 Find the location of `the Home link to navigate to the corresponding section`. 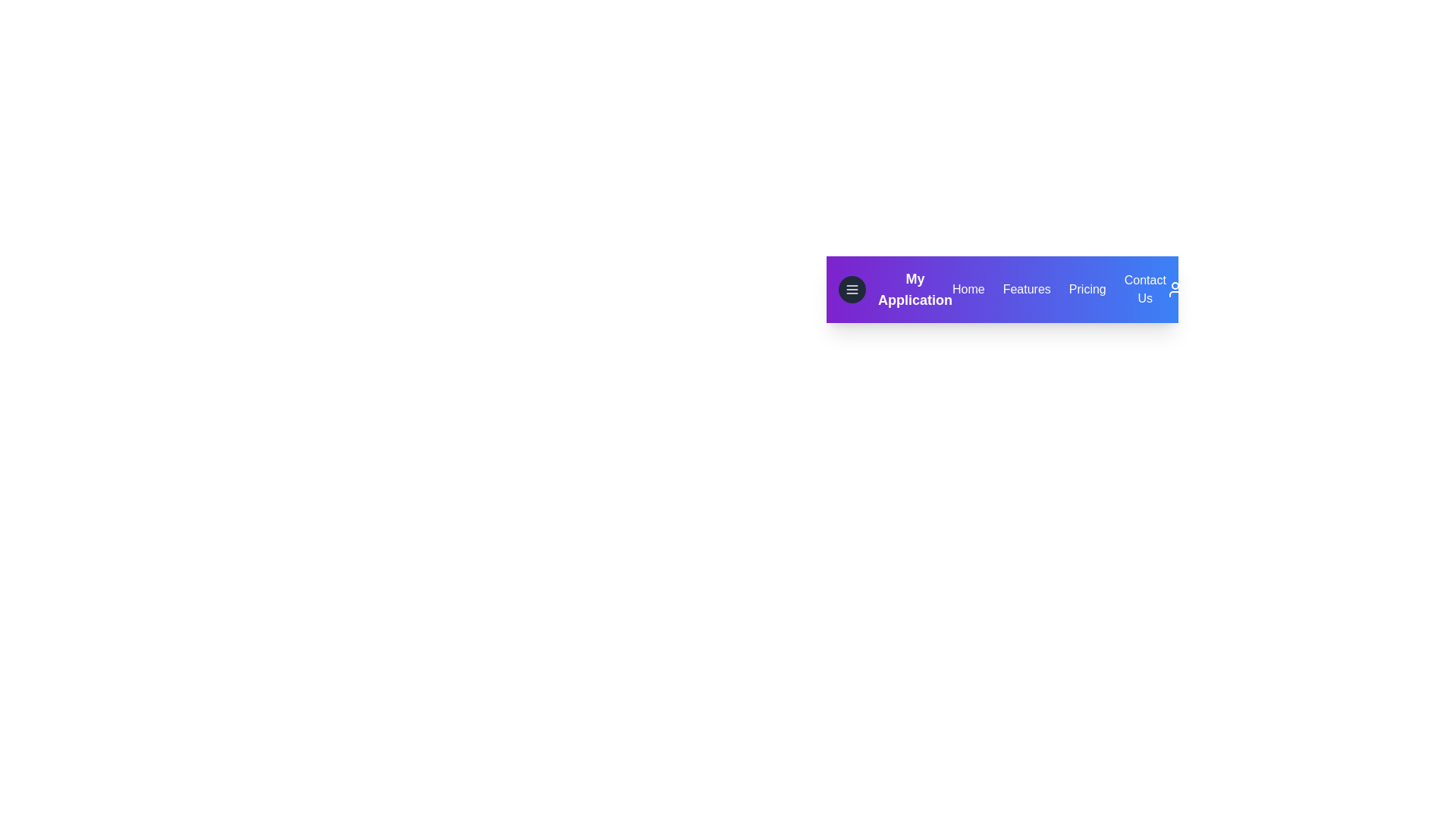

the Home link to navigate to the corresponding section is located at coordinates (967, 289).